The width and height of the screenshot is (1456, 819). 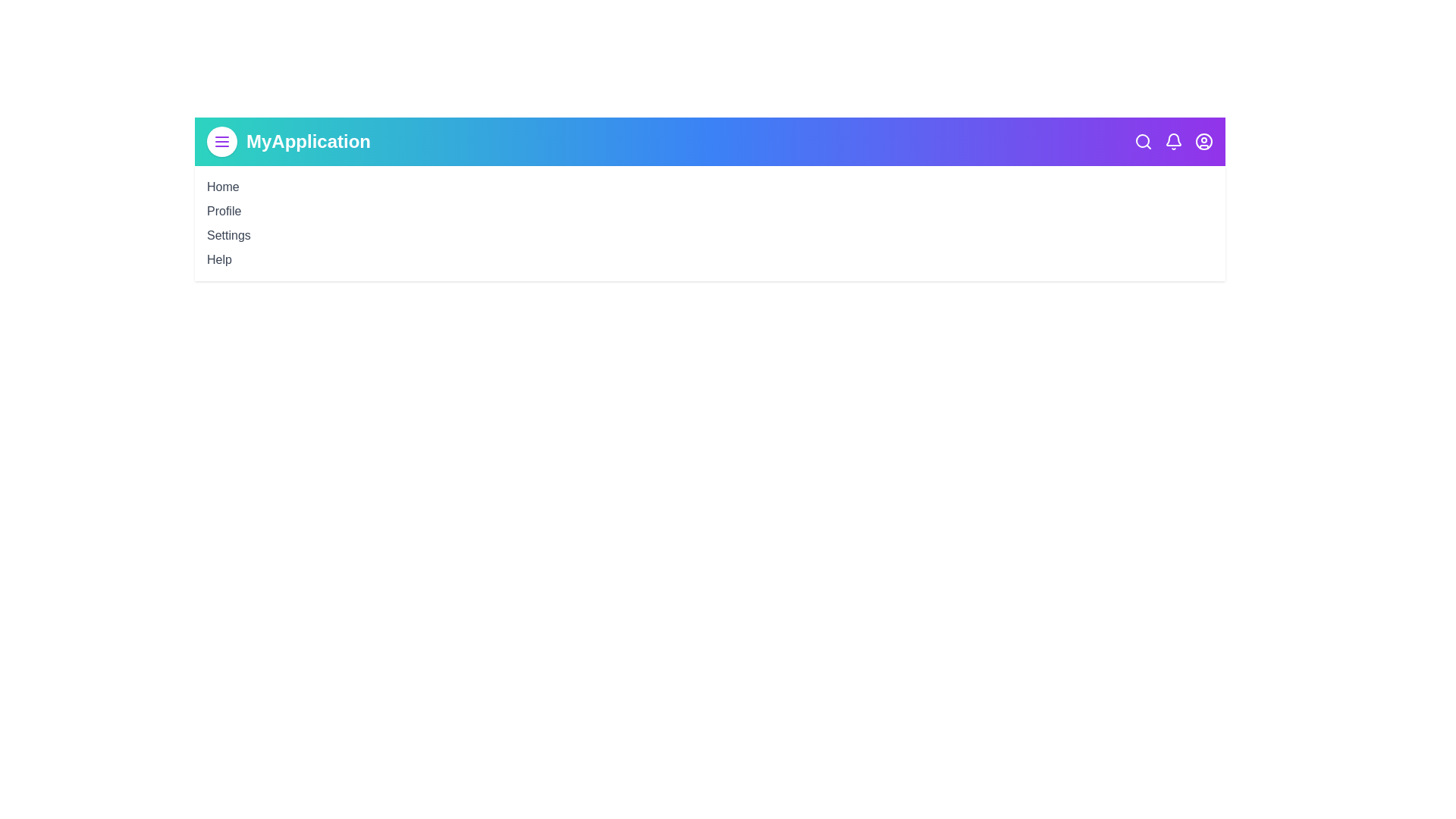 I want to click on the Profile navigation link, so click(x=222, y=210).